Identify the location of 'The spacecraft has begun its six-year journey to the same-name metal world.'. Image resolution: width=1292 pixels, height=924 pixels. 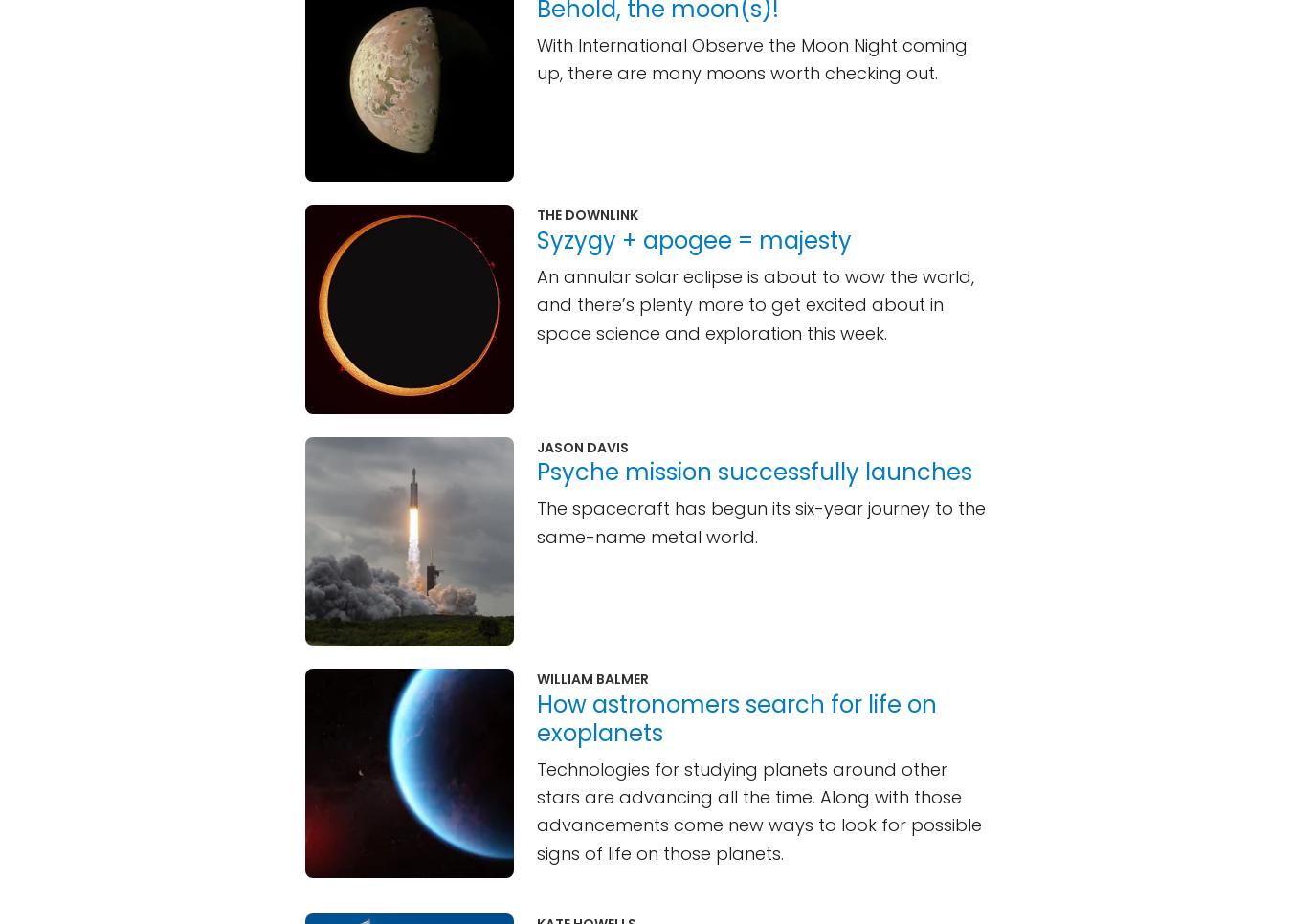
(761, 521).